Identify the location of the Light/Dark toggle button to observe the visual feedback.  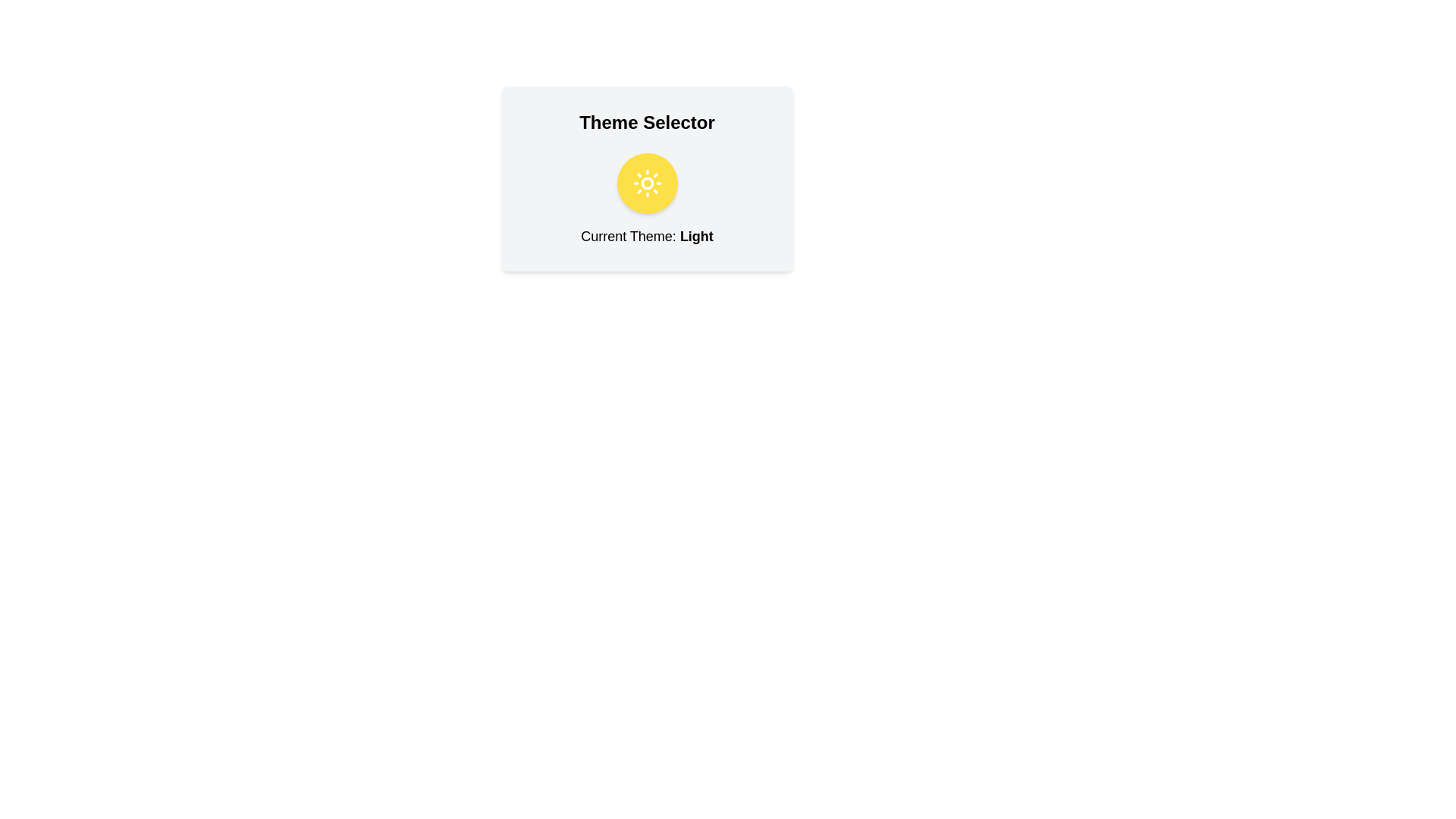
(647, 183).